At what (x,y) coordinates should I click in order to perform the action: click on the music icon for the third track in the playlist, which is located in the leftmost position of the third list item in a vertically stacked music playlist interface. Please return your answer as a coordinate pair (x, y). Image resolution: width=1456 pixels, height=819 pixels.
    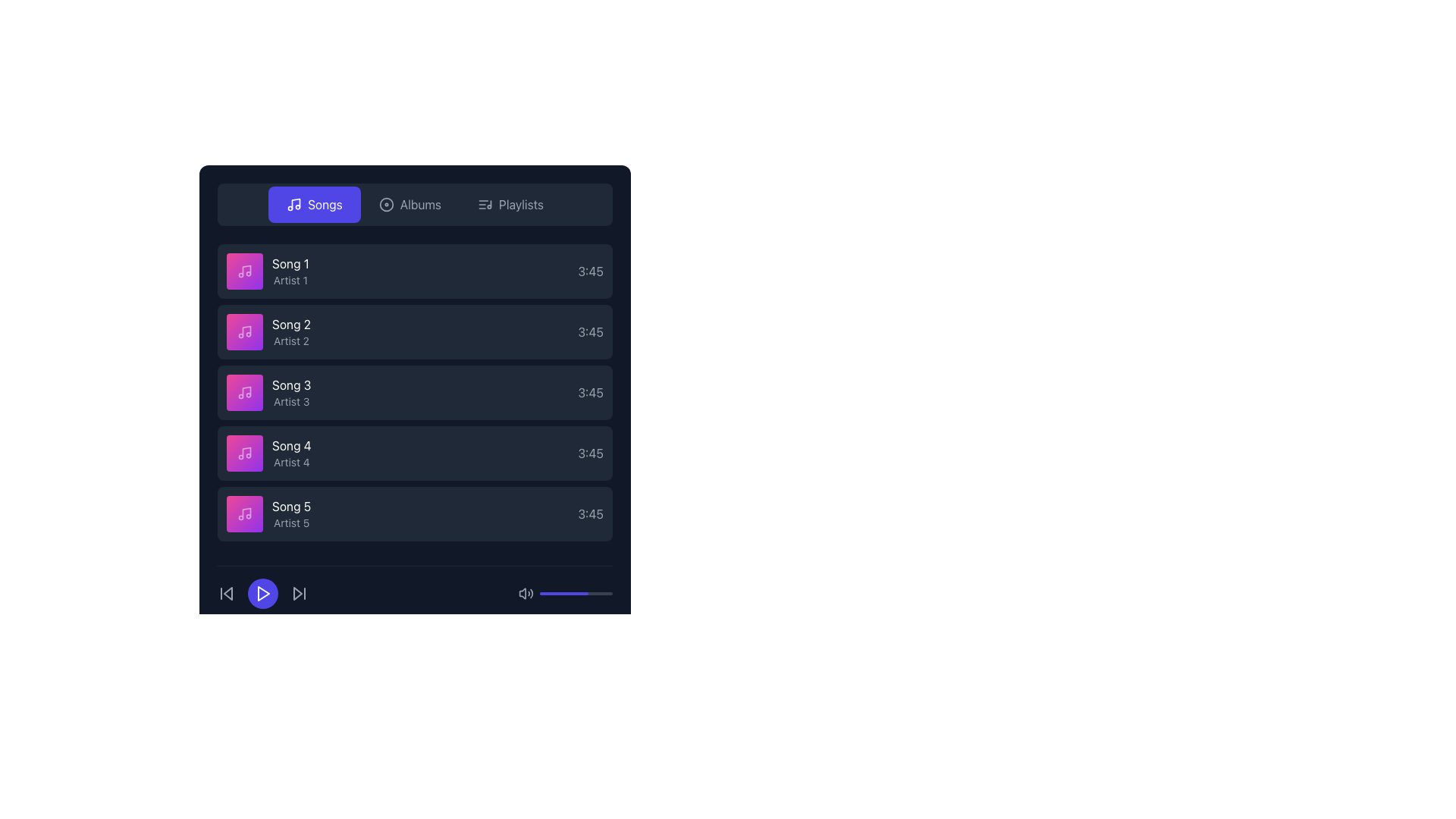
    Looking at the image, I should click on (244, 391).